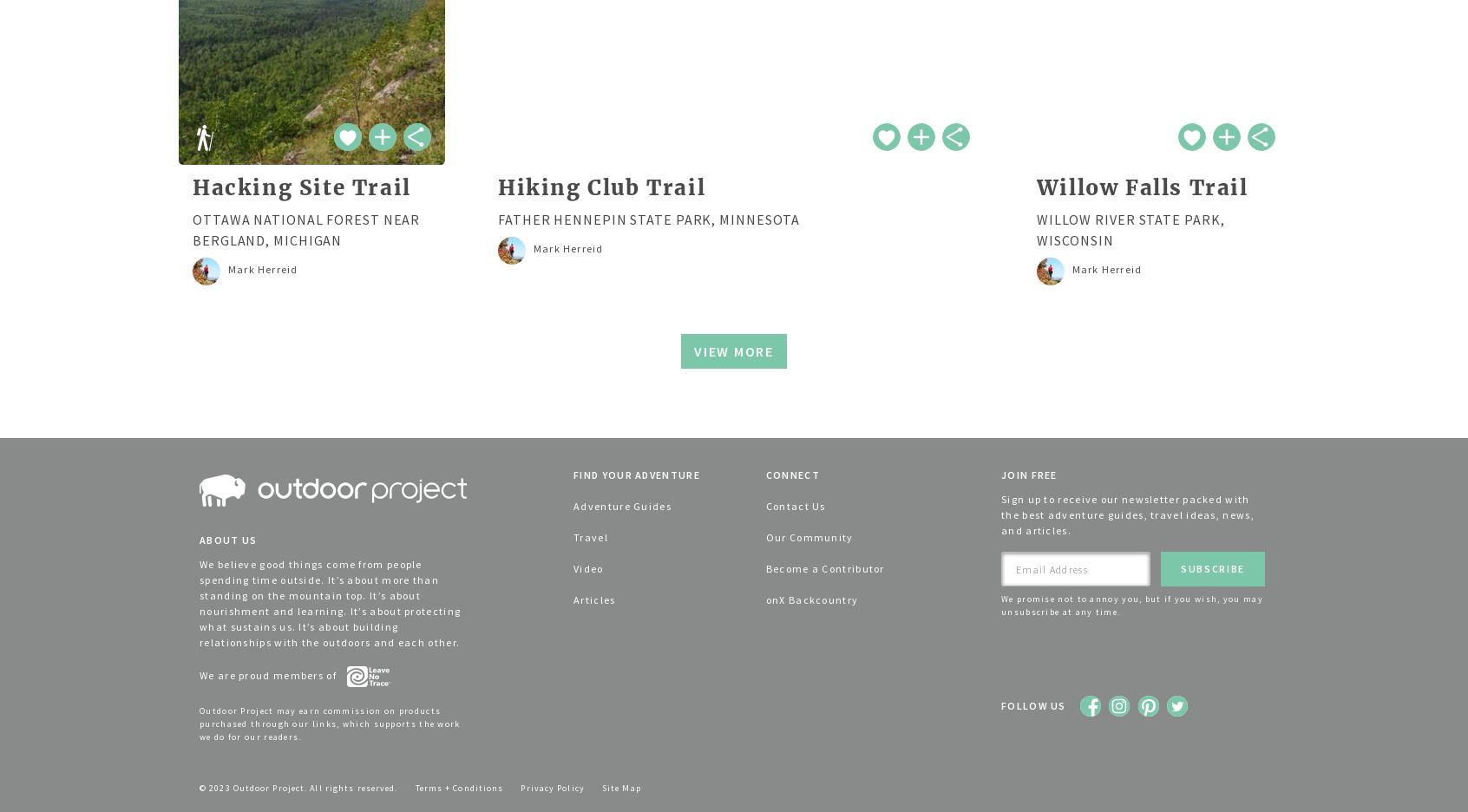 Image resolution: width=1468 pixels, height=812 pixels. What do you see at coordinates (791, 474) in the screenshot?
I see `'Connect'` at bounding box center [791, 474].